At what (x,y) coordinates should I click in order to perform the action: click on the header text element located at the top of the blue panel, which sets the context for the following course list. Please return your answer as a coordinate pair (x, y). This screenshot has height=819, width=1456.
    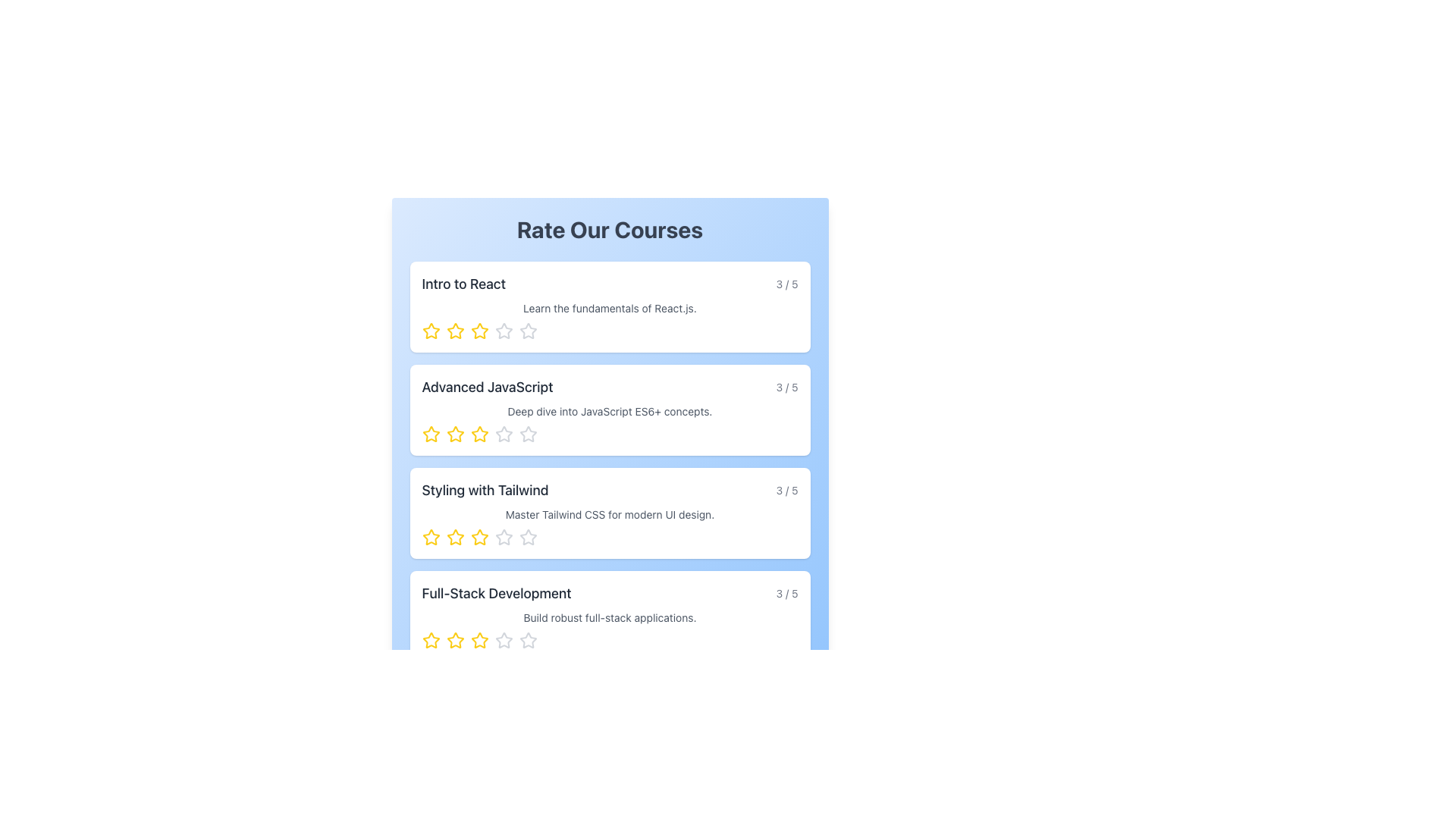
    Looking at the image, I should click on (610, 230).